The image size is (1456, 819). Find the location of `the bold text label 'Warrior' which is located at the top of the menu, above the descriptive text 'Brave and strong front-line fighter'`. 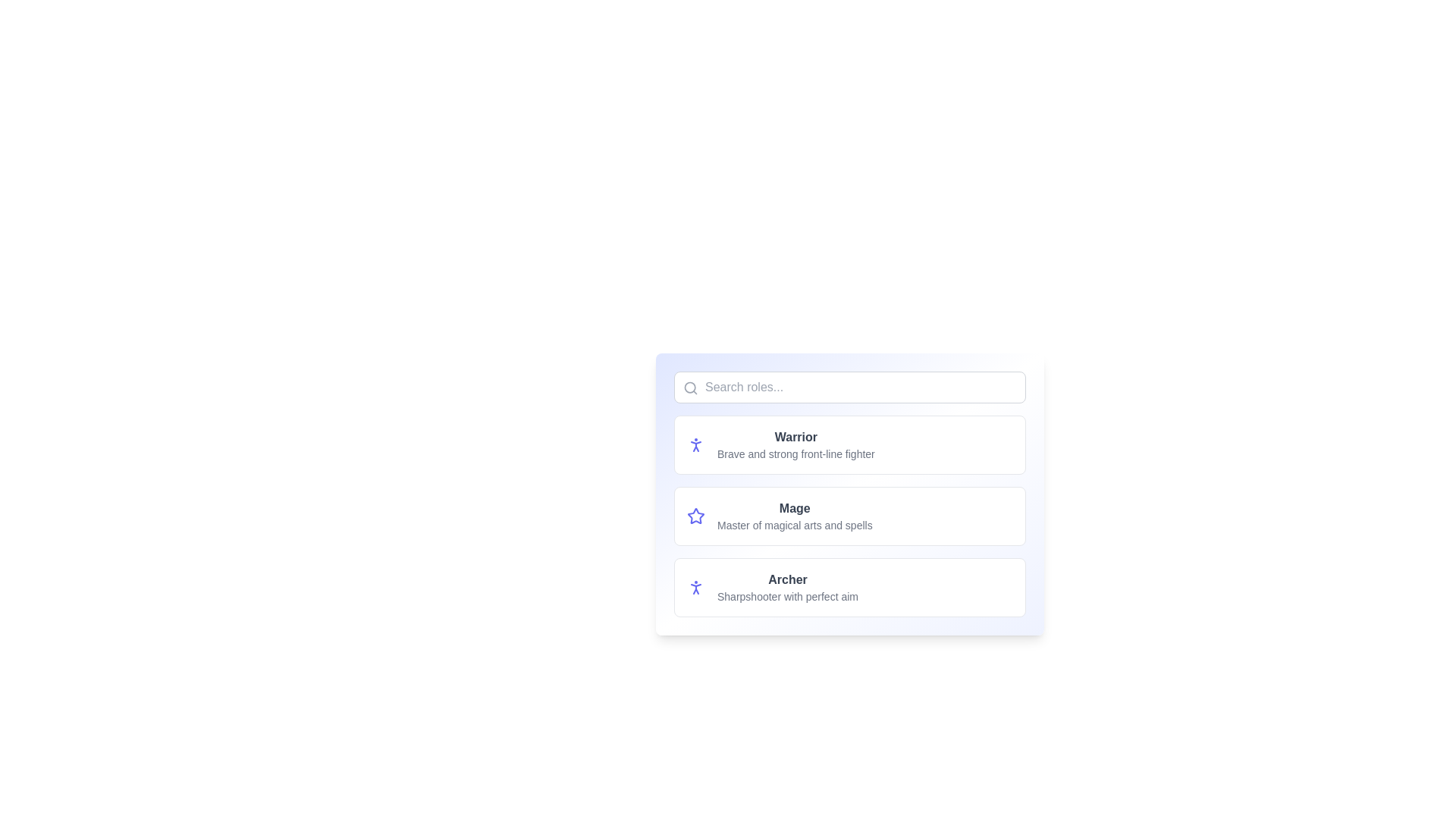

the bold text label 'Warrior' which is located at the top of the menu, above the descriptive text 'Brave and strong front-line fighter' is located at coordinates (795, 438).